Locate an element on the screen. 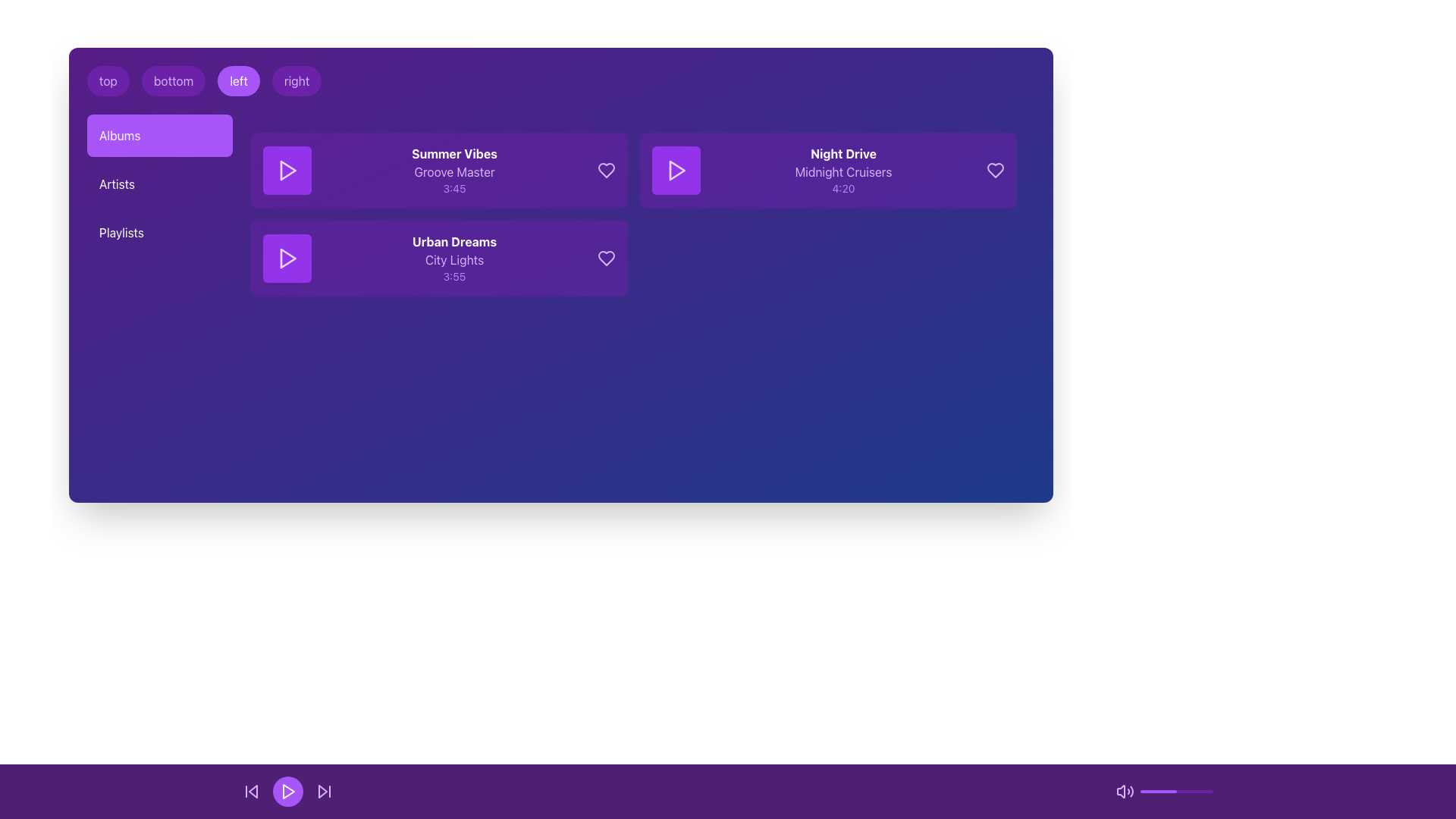 The height and width of the screenshot is (819, 1456). the Text label displaying the duration '3:45', which is styled in light purple and located under the 'Groove Master' text related to the 'Summer Vibes' track is located at coordinates (453, 188).